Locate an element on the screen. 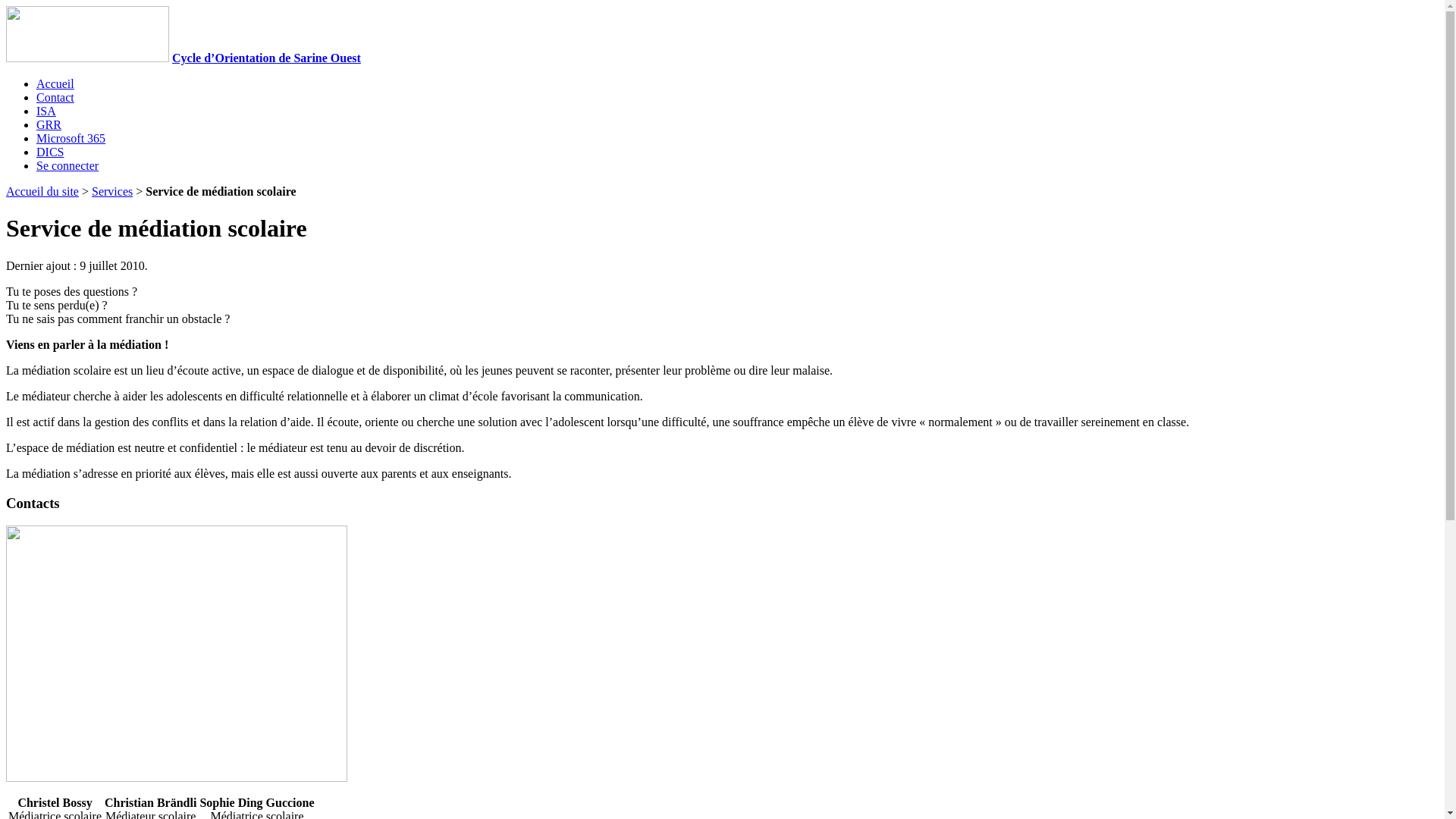 The height and width of the screenshot is (819, 1456). 'Accueil' is located at coordinates (36, 83).